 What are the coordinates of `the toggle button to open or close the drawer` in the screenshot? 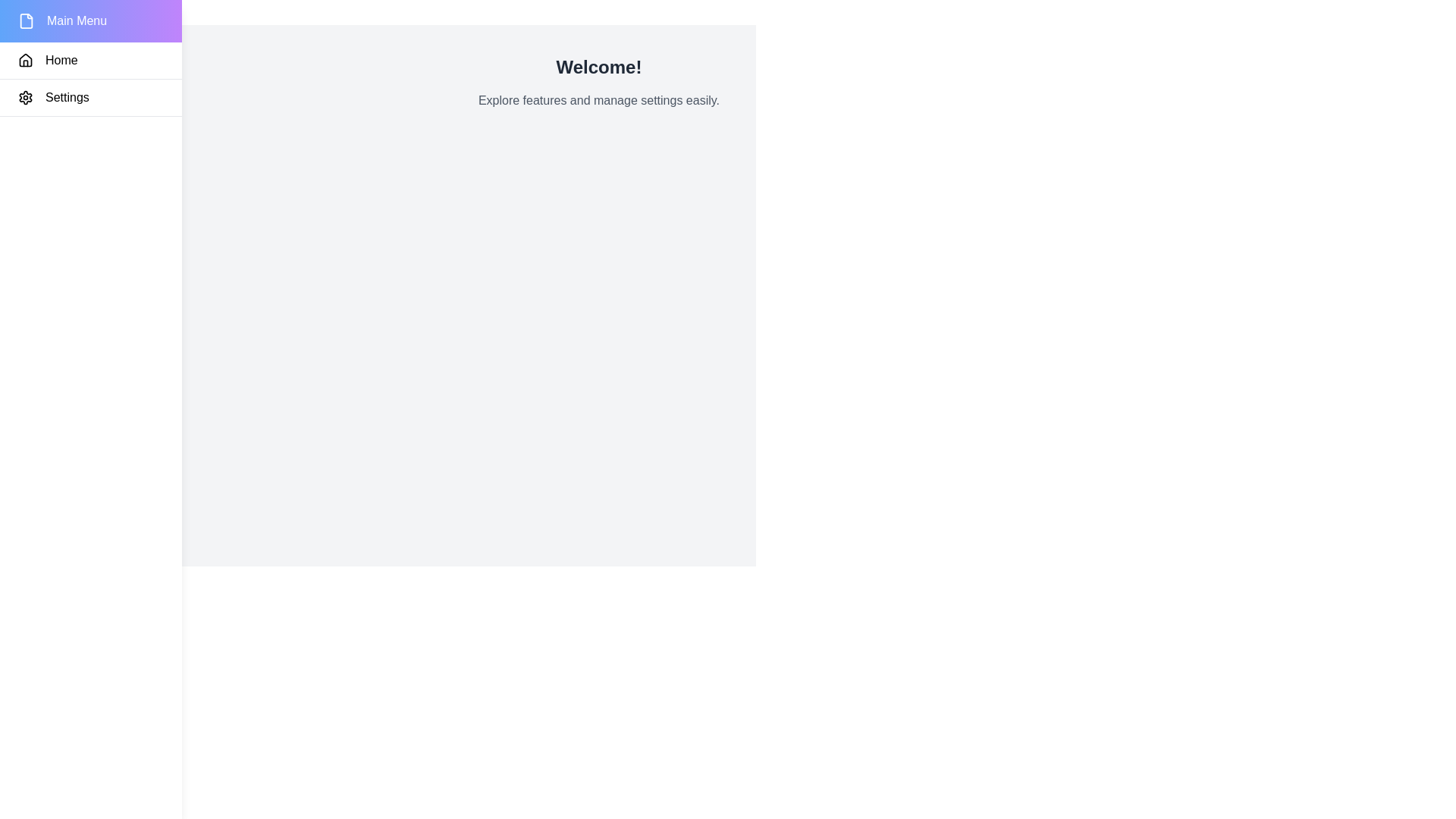 It's located at (29, 29).